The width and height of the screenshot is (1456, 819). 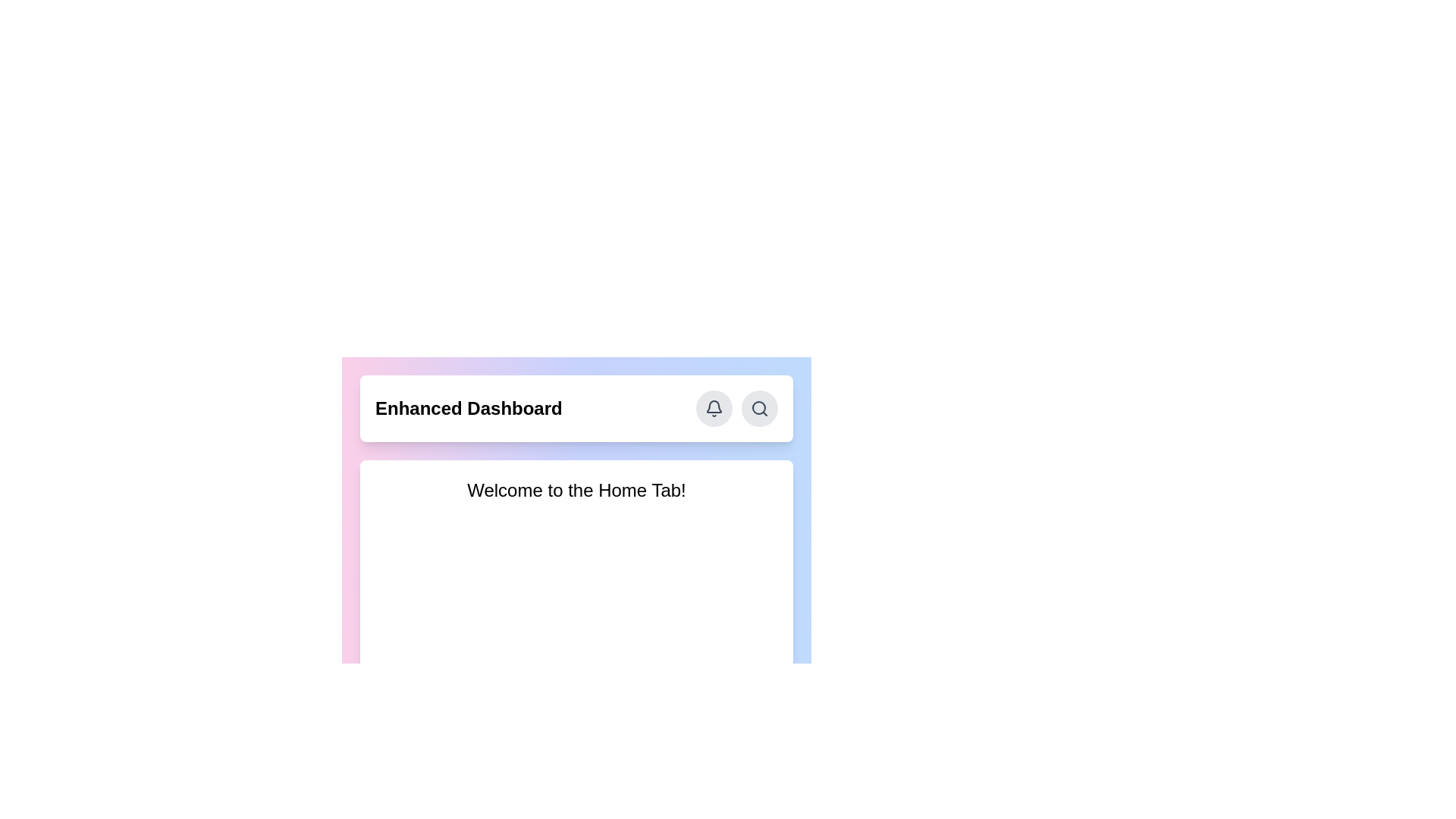 What do you see at coordinates (713, 408) in the screenshot?
I see `the Icon button located in the top-right corner of the main interface section` at bounding box center [713, 408].